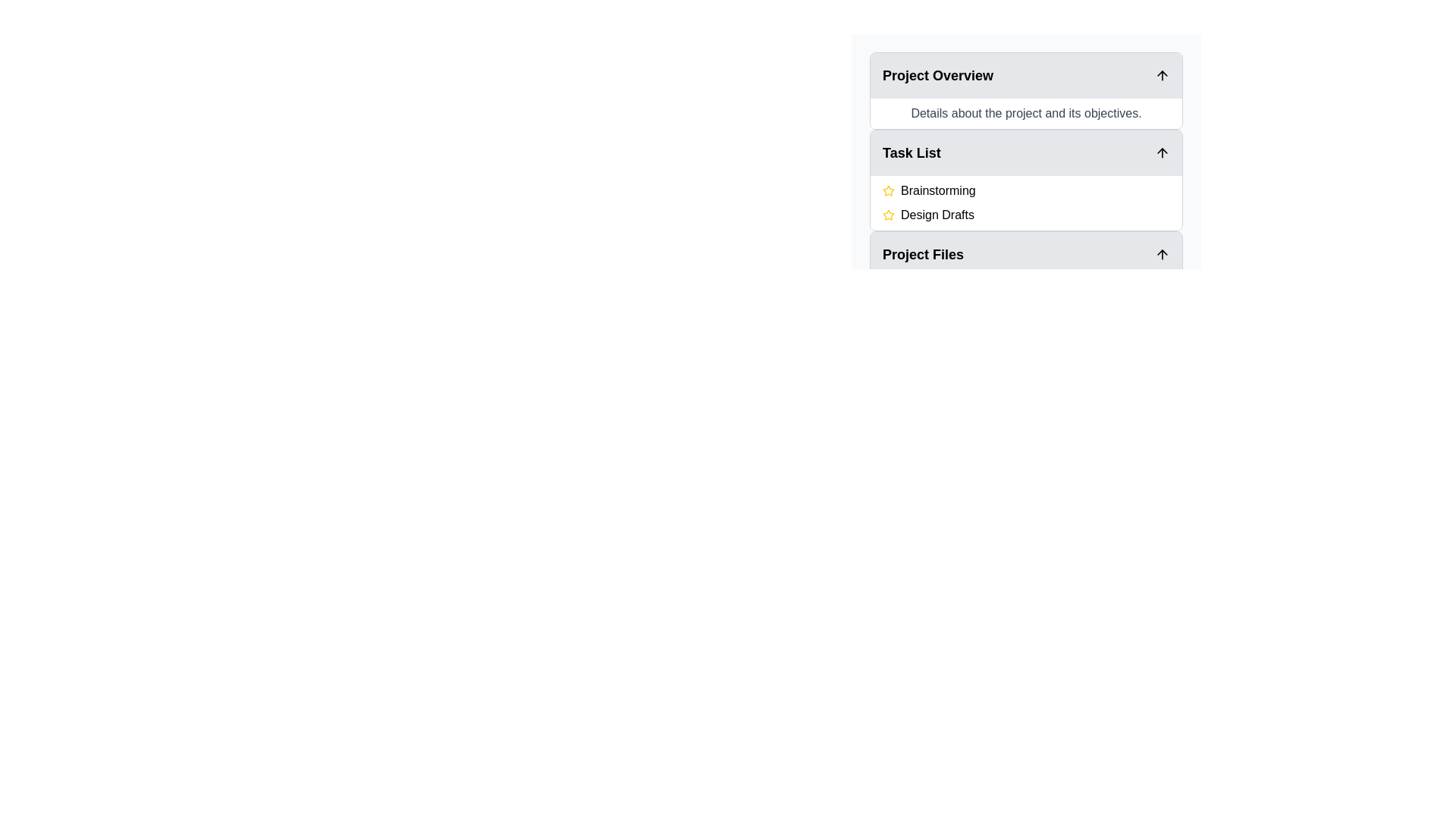 This screenshot has height=819, width=1456. I want to click on the icon located at the far right of the 'Project Overview' section, so click(1161, 76).